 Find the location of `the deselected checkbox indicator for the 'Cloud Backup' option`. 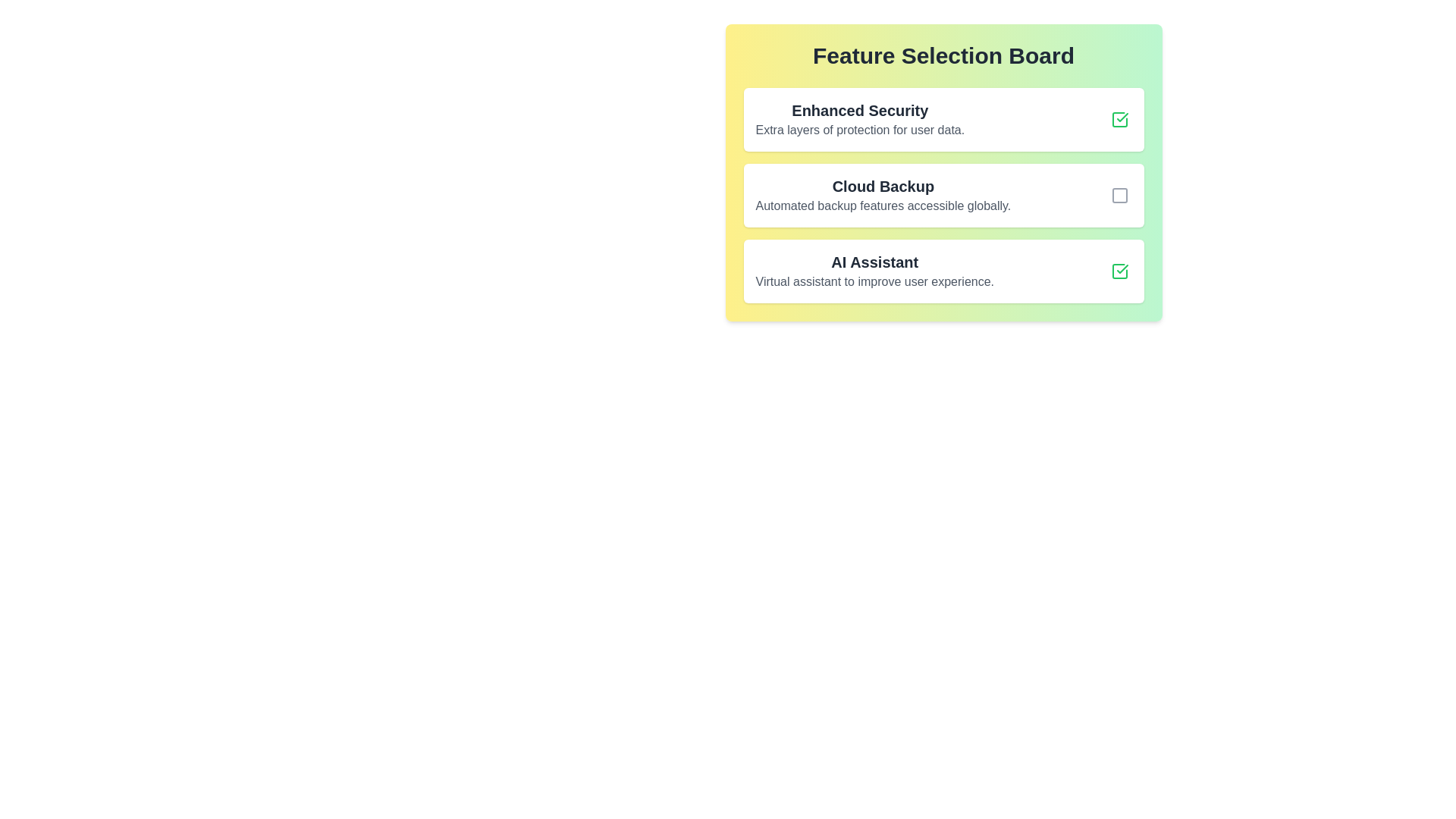

the deselected checkbox indicator for the 'Cloud Backup' option is located at coordinates (1119, 195).